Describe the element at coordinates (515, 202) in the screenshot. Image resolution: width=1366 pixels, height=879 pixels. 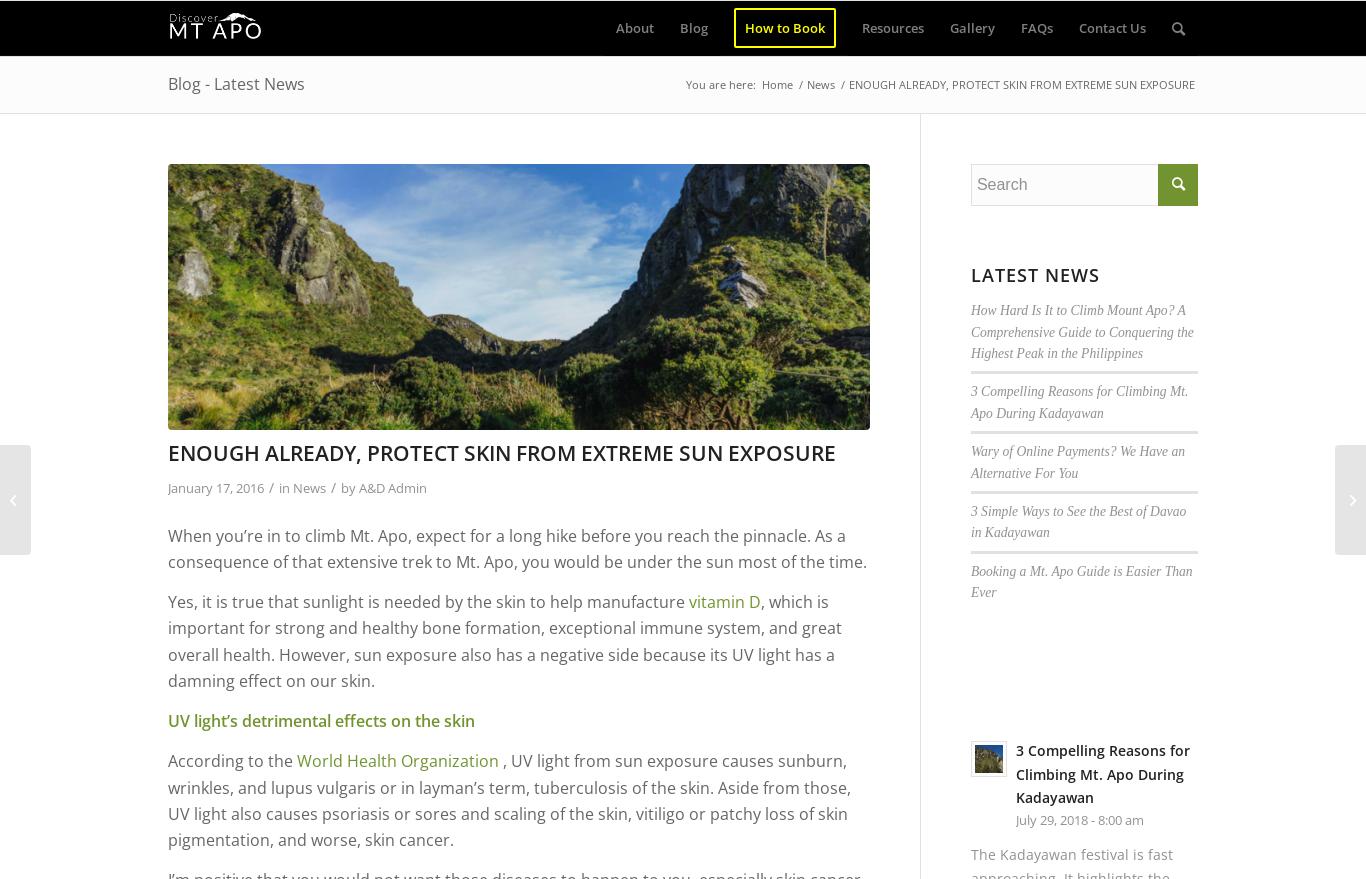
I see `'http://discovermtapo.com/wp-content/uploads/2015/12/Discover-Mt-Apo.png'` at that location.